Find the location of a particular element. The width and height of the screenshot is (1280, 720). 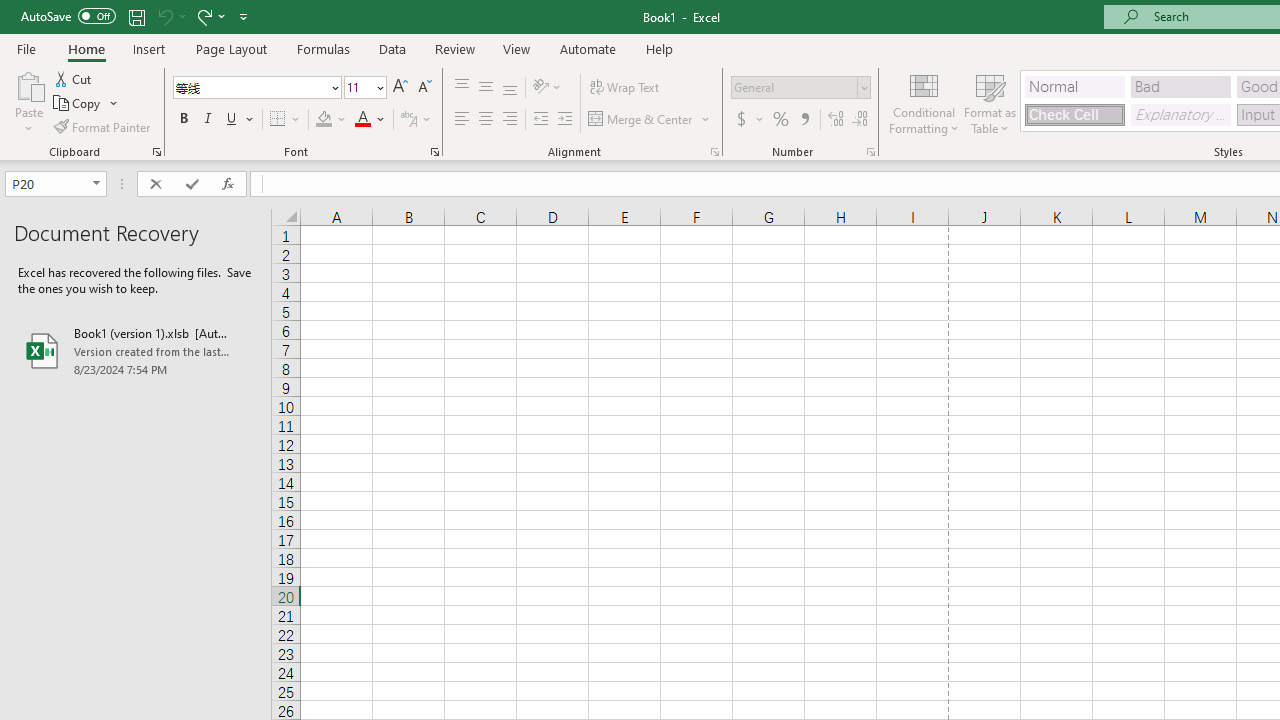

'Show Phonetic Field' is located at coordinates (415, 119).